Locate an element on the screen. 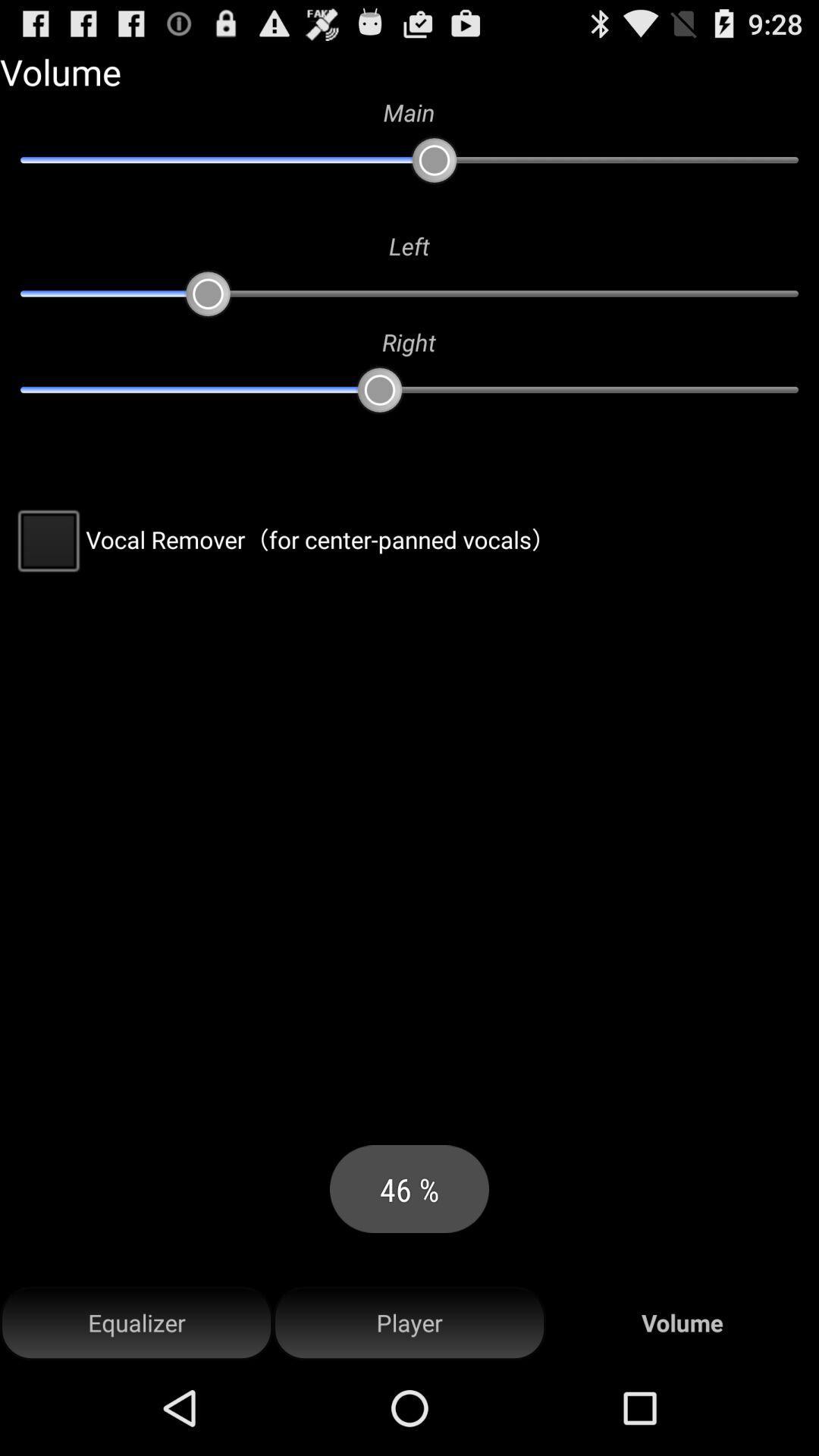  the icon next to equalizer button is located at coordinates (409, 1323).